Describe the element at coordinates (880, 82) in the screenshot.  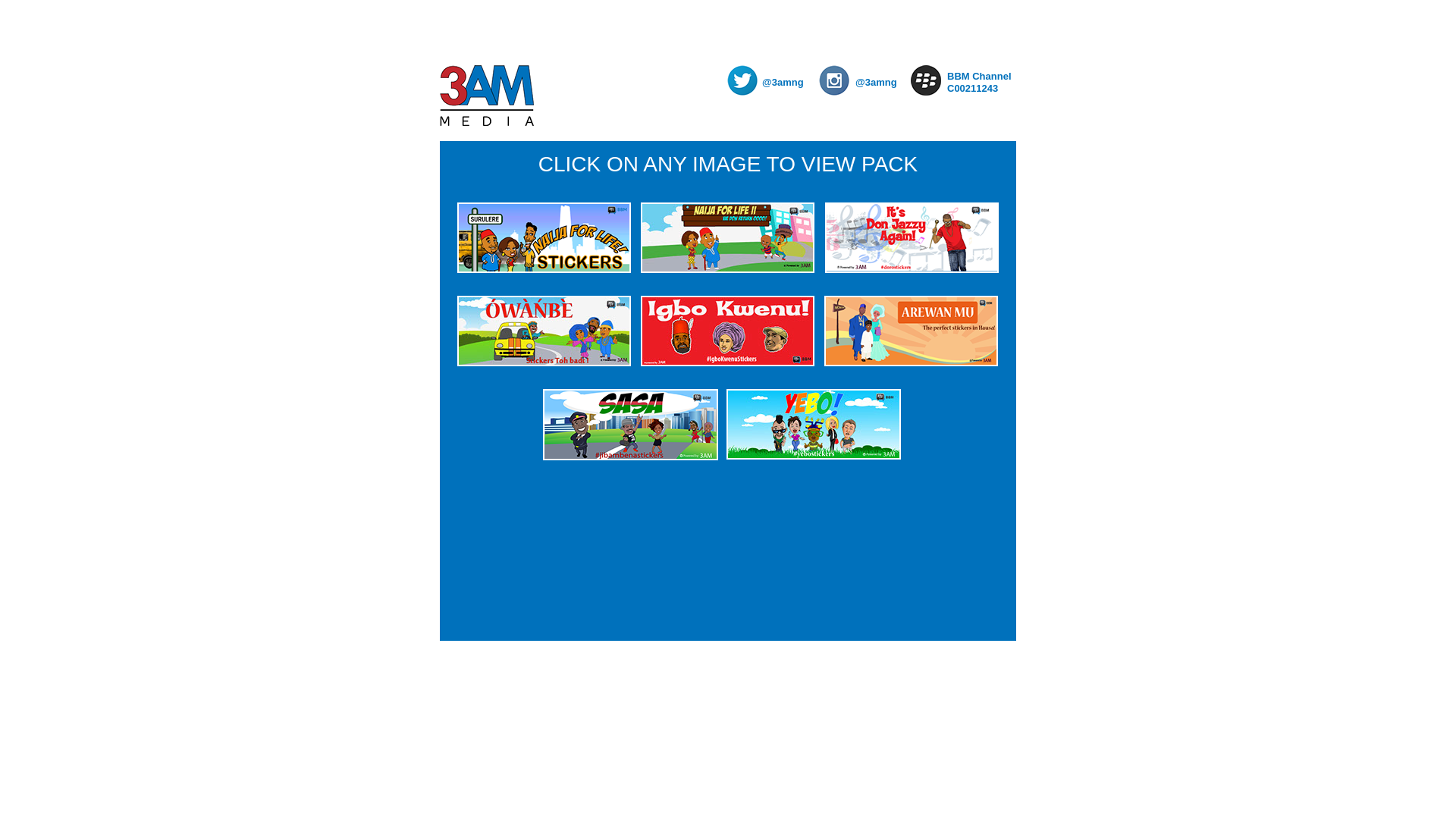
I see `'@3amng'` at that location.